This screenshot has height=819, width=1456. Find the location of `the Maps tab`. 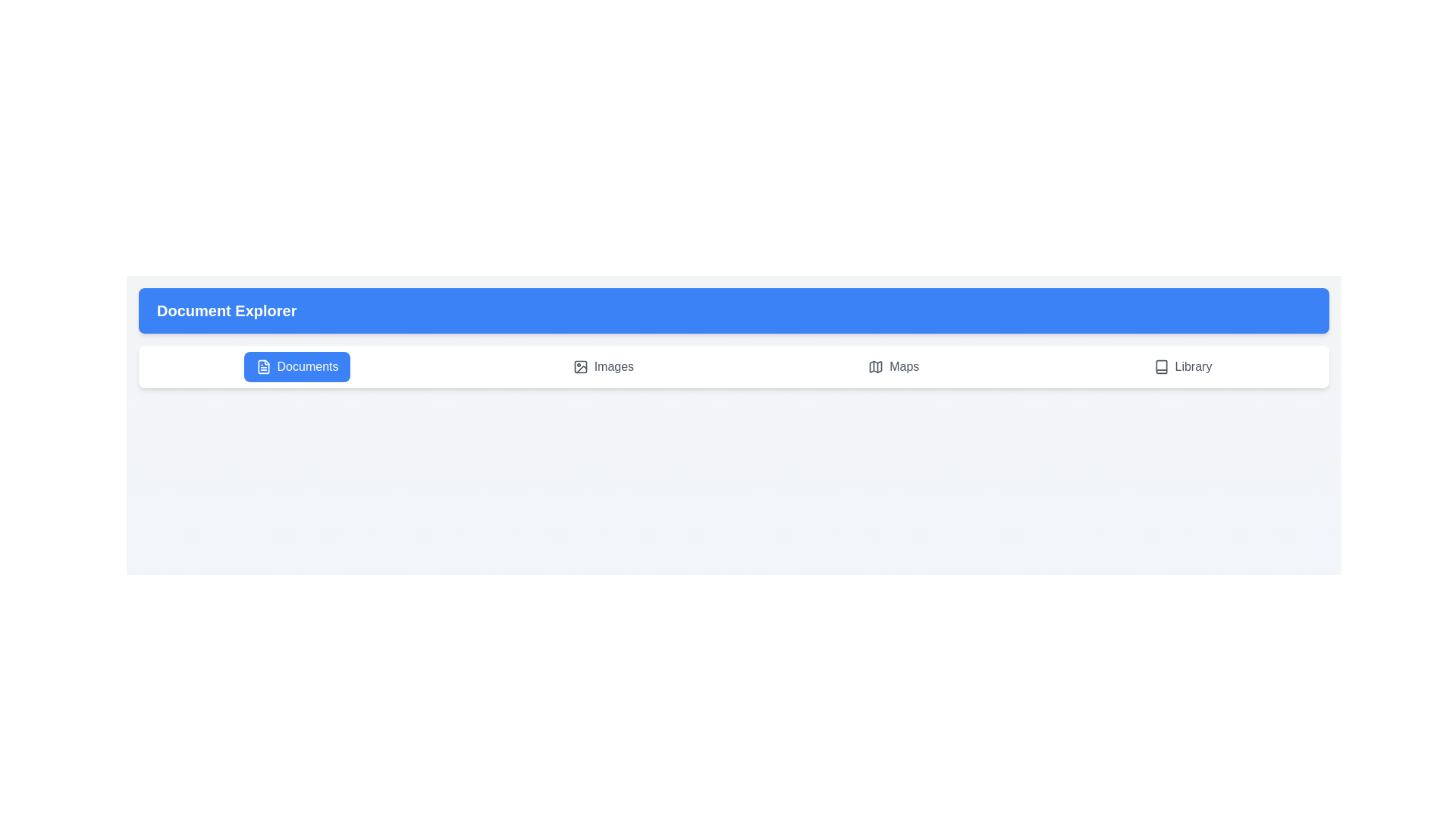

the Maps tab is located at coordinates (894, 366).